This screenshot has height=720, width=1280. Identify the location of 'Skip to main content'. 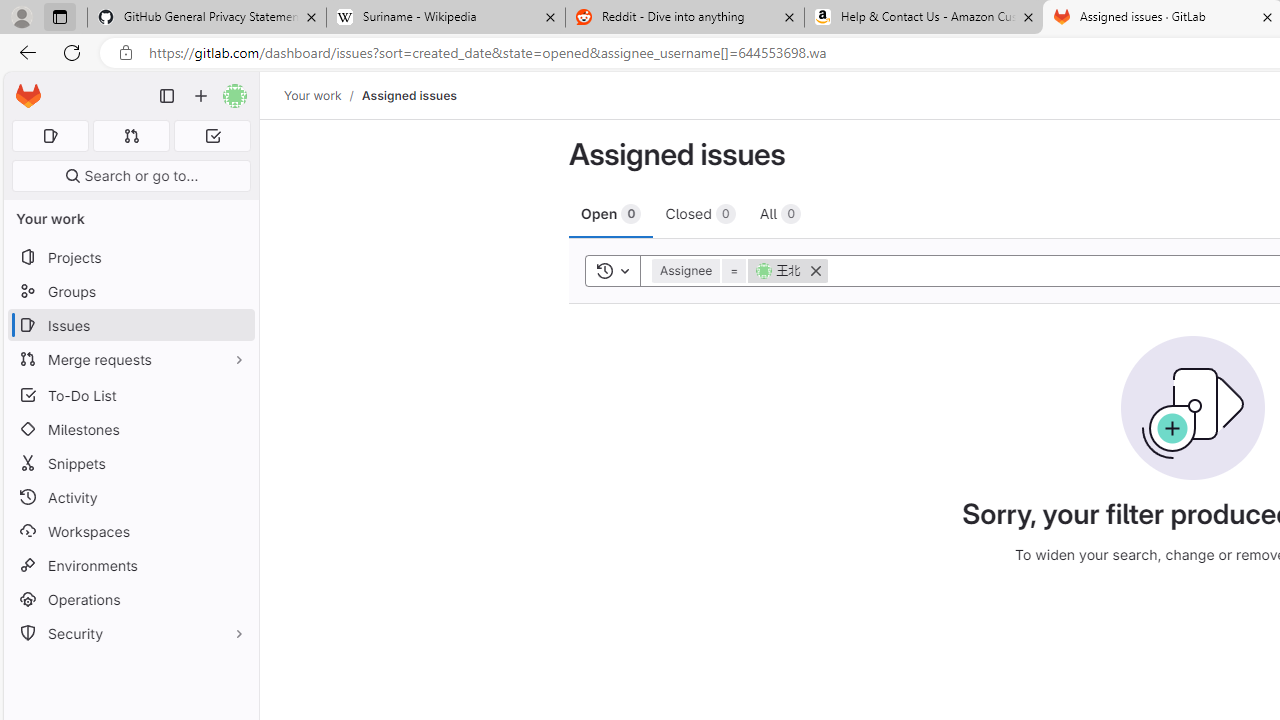
(23, 86).